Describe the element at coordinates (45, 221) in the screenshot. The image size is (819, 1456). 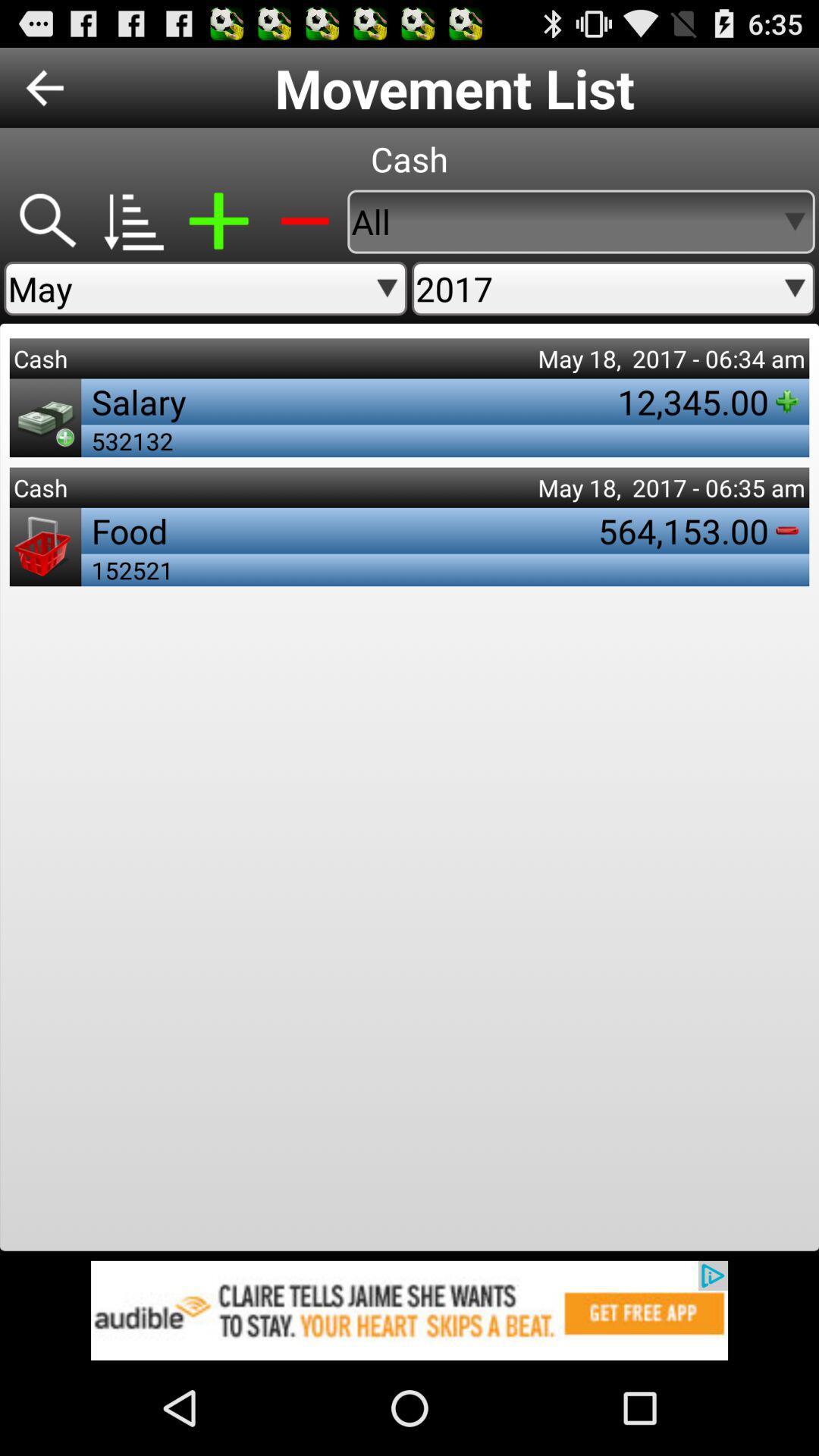
I see `search` at that location.